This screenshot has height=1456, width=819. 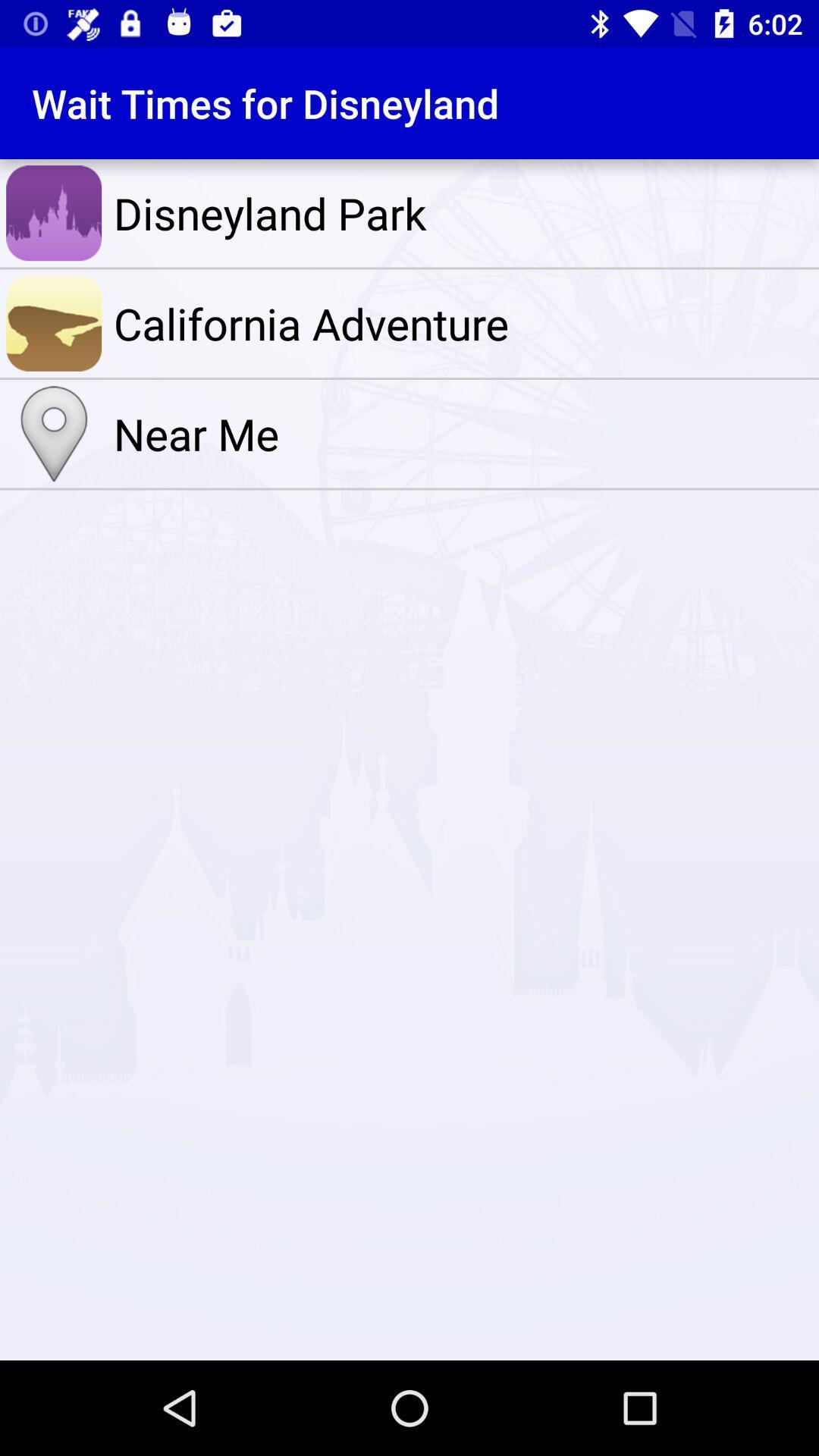 I want to click on california adventure, so click(x=462, y=322).